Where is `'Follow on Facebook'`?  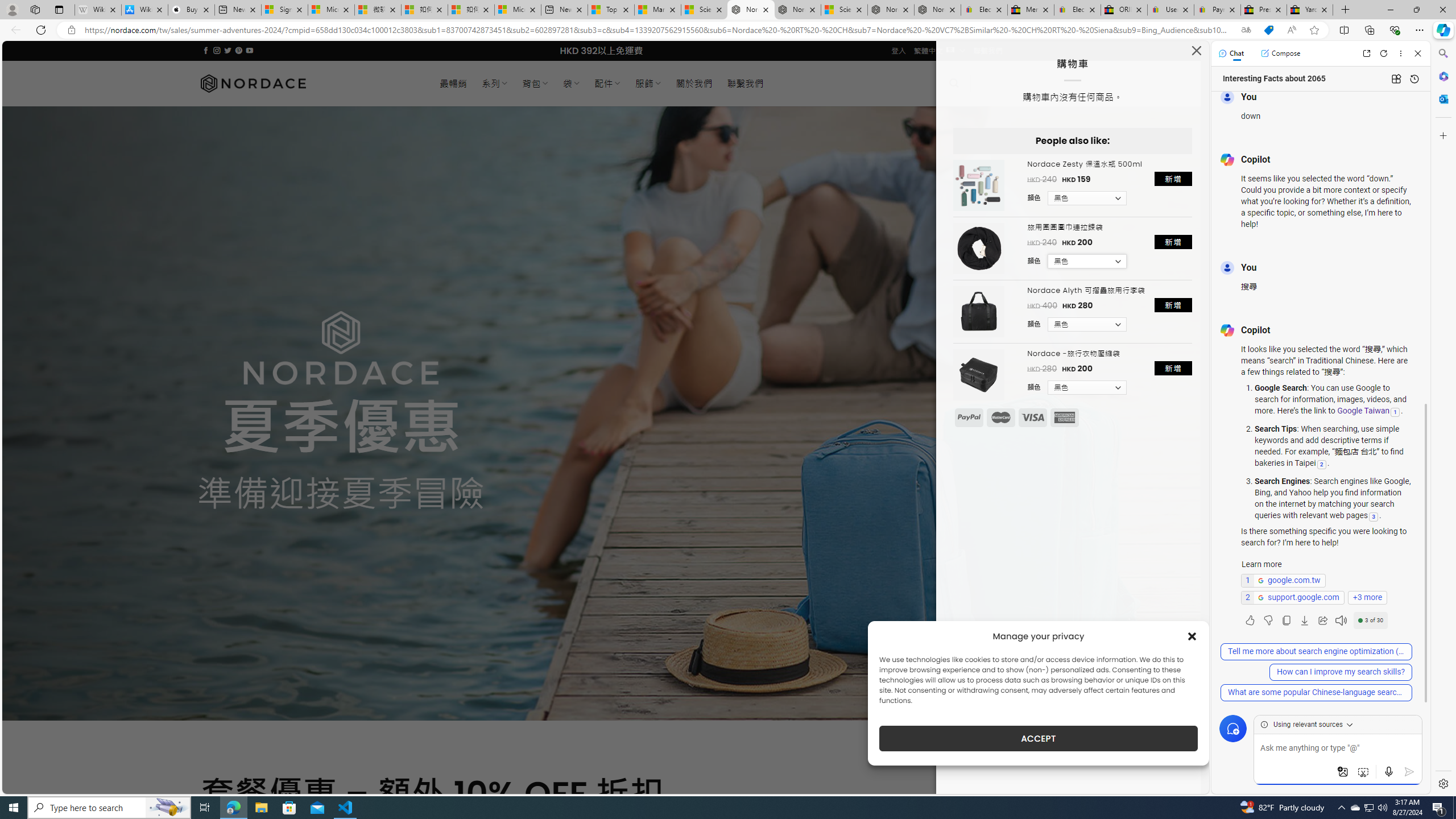
'Follow on Facebook' is located at coordinates (206, 50).